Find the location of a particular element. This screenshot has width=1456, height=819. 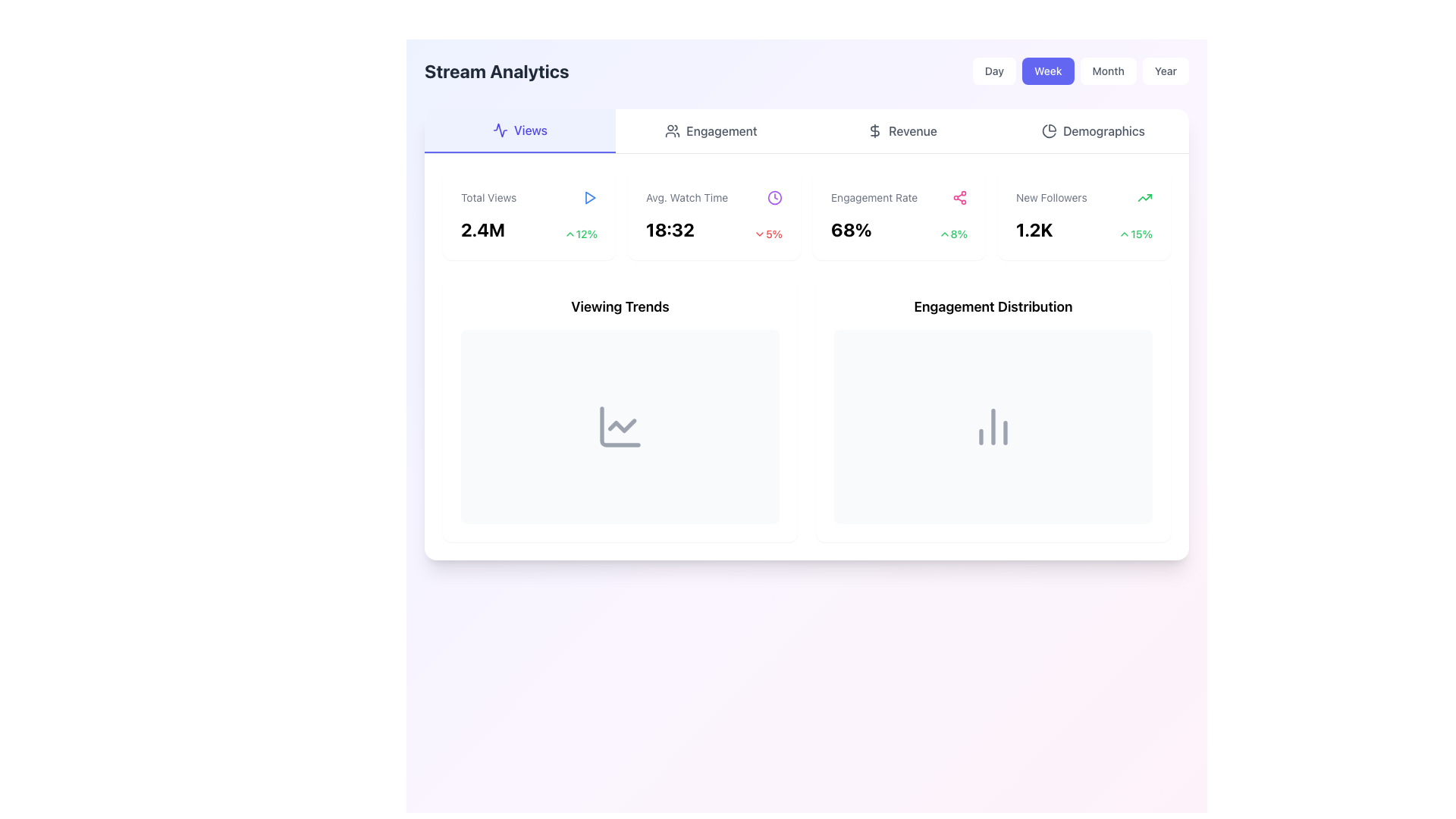

the 'Engagement' button in the navigation menu, which is styled with a group of people icon and located between 'Views' and 'Revenue' is located at coordinates (710, 130).